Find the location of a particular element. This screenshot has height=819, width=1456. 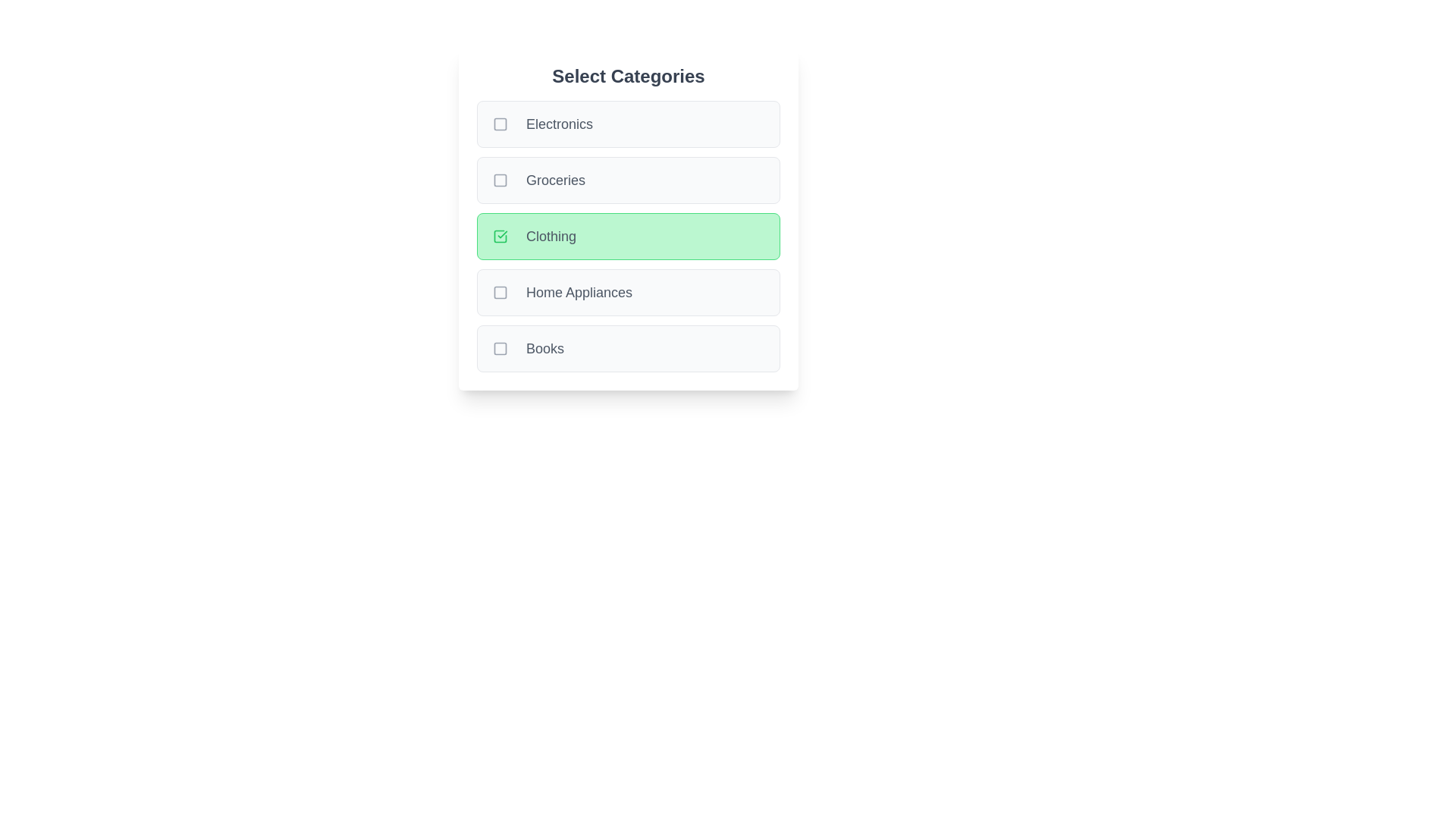

the checkbox for Books is located at coordinates (500, 348).